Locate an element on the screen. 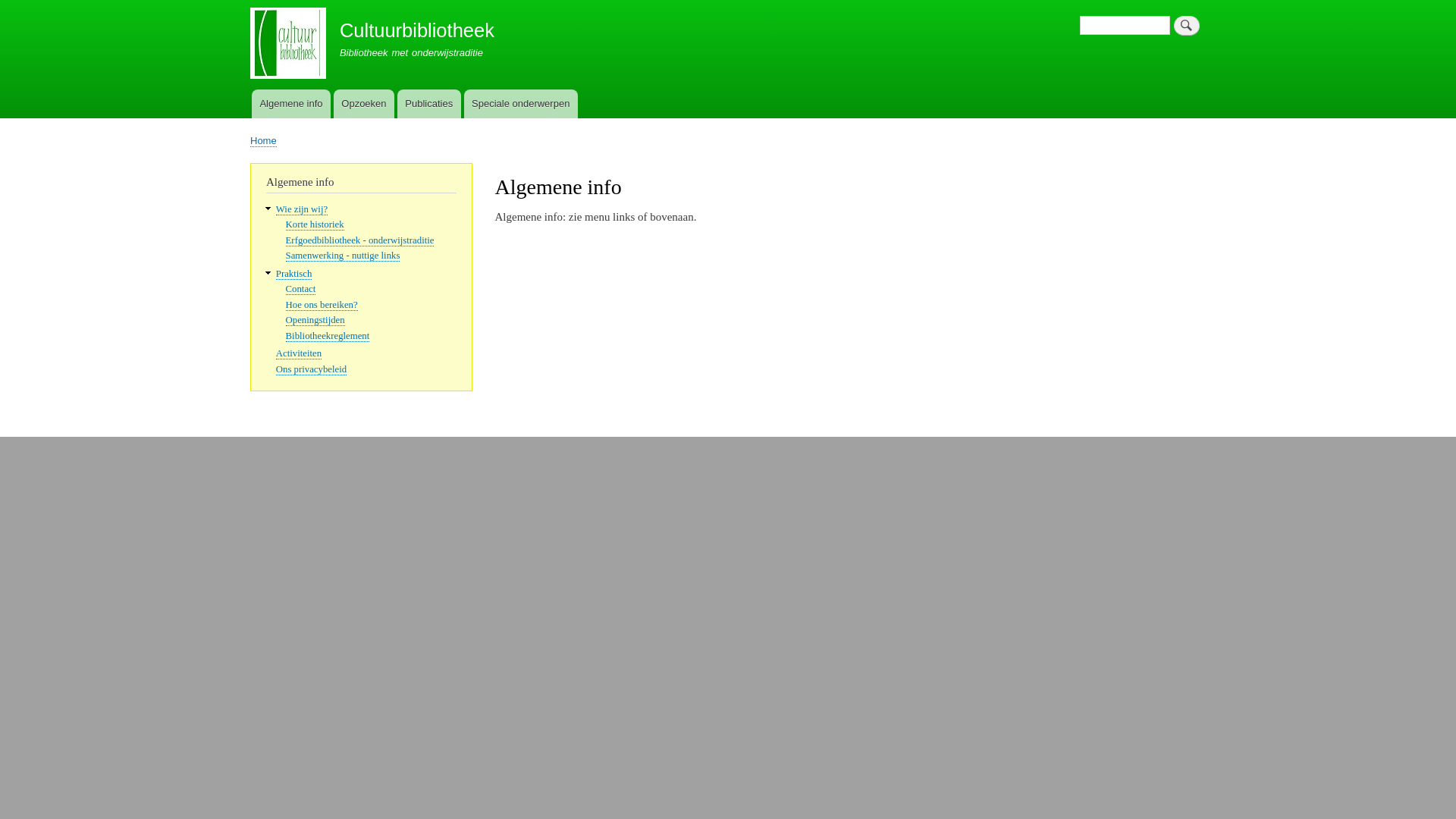 The width and height of the screenshot is (1456, 819). 'Publicaties' is located at coordinates (428, 103).